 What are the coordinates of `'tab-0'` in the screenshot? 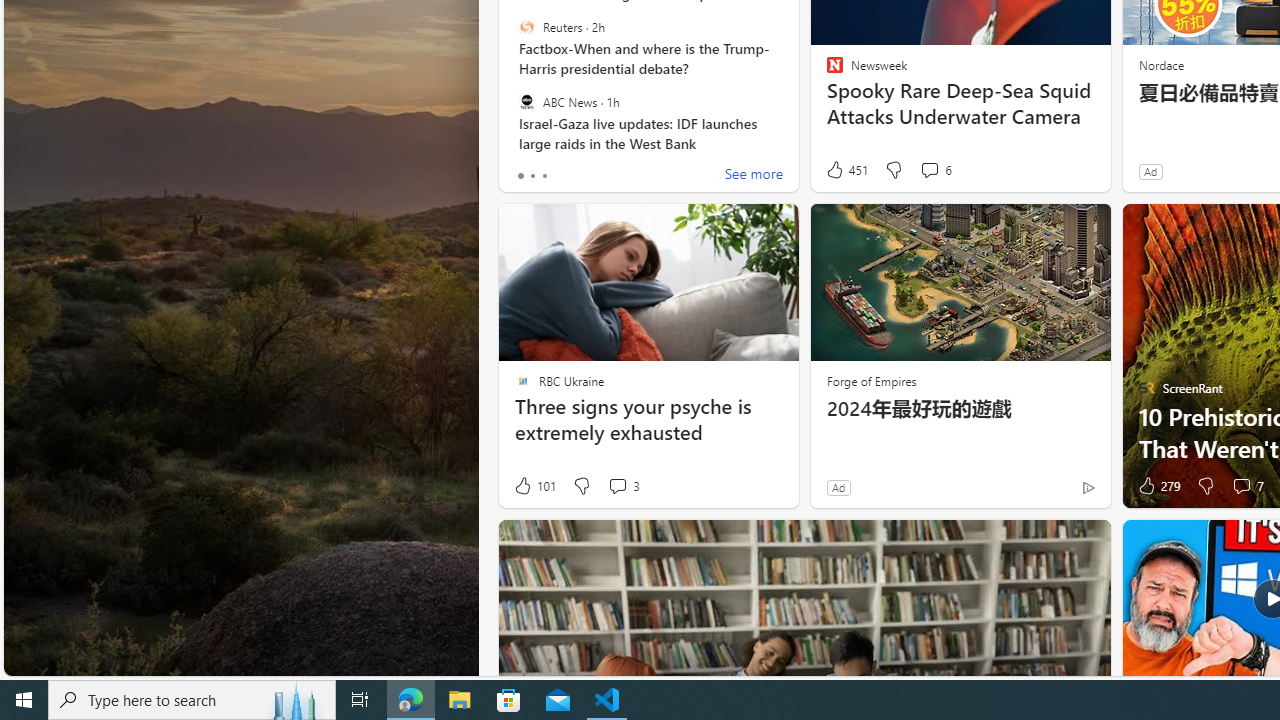 It's located at (520, 175).